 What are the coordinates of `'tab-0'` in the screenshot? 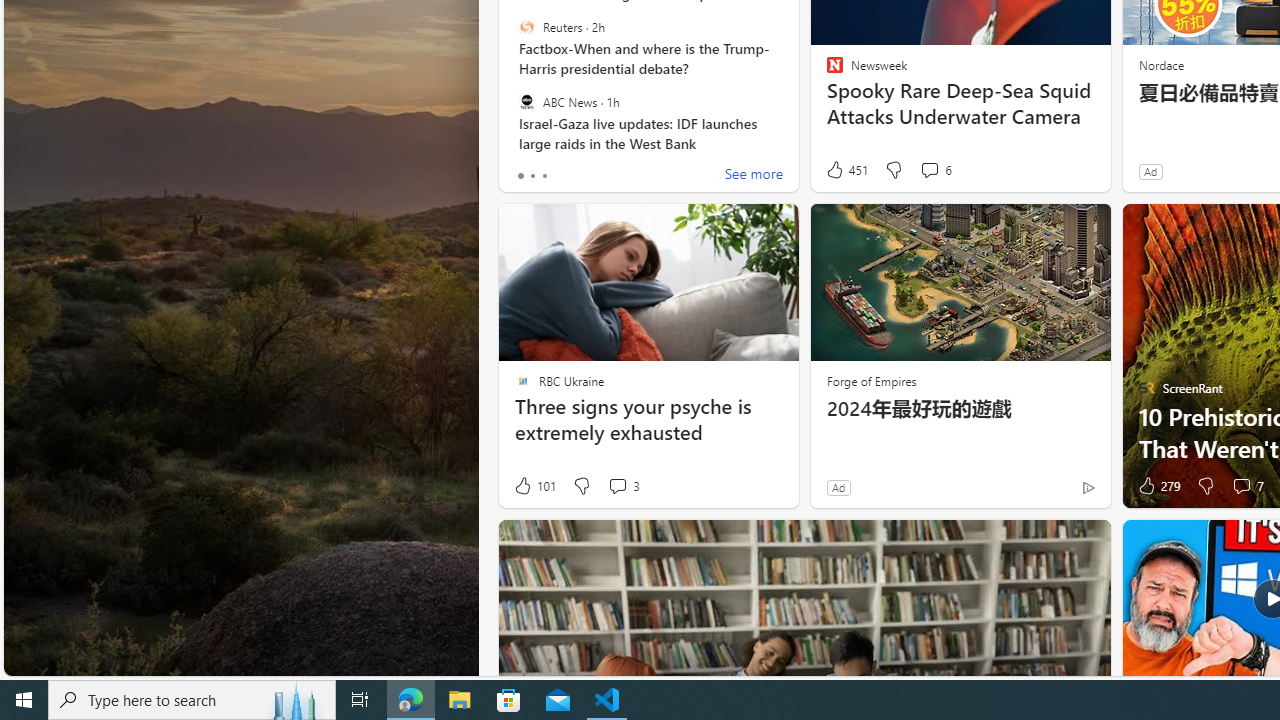 It's located at (520, 175).